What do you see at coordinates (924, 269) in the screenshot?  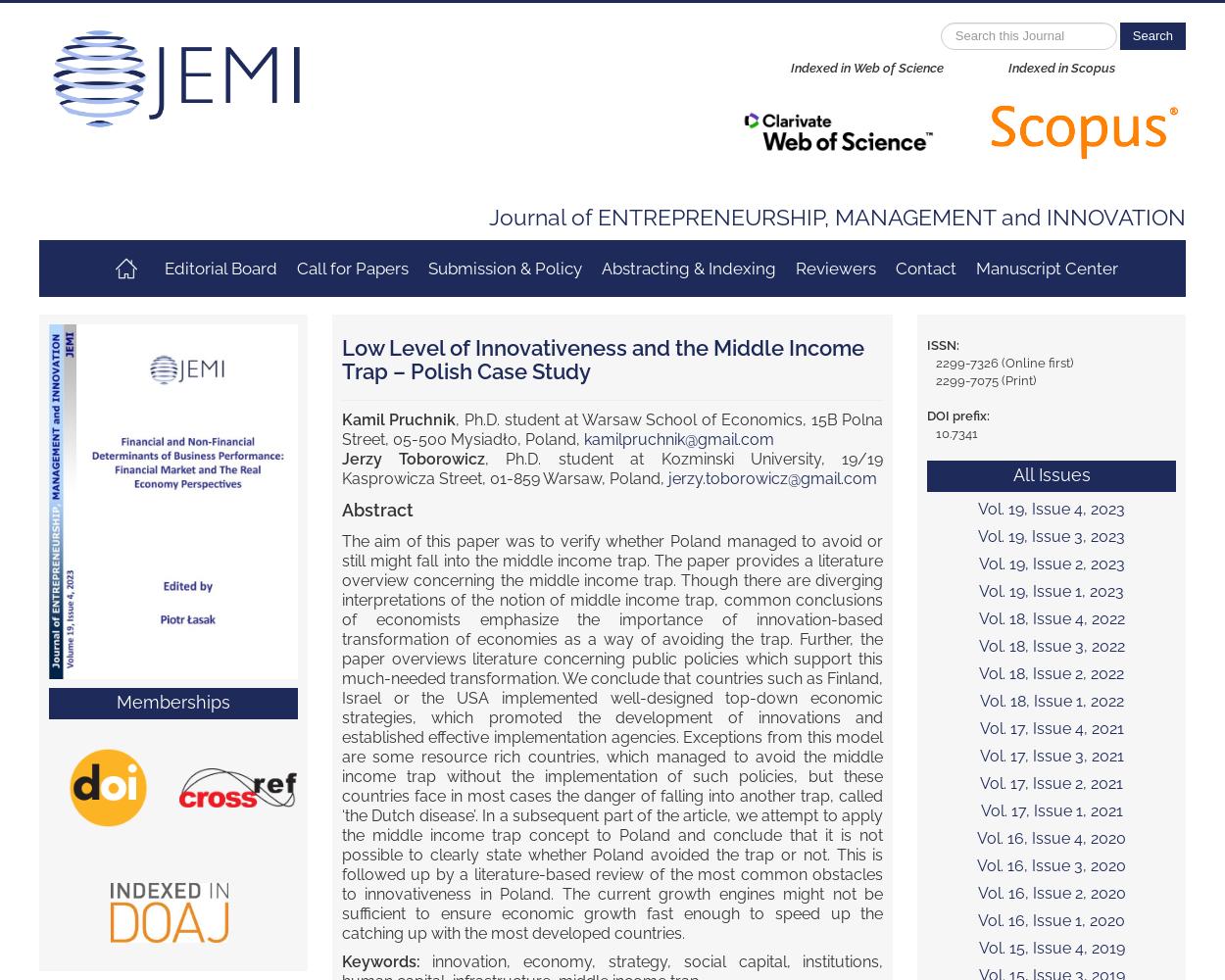 I see `'Contact'` at bounding box center [924, 269].